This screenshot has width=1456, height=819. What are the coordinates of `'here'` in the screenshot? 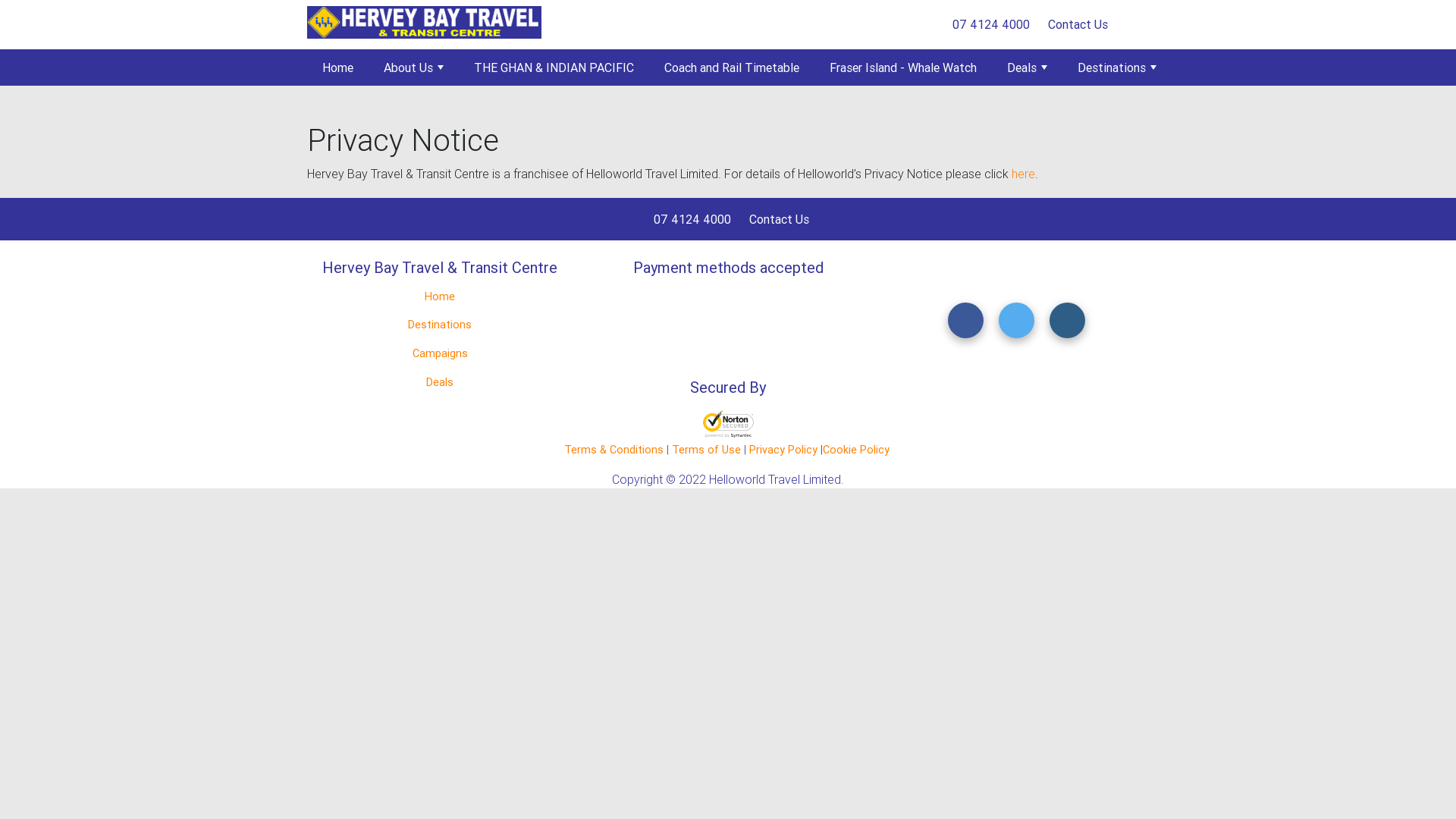 It's located at (1023, 172).